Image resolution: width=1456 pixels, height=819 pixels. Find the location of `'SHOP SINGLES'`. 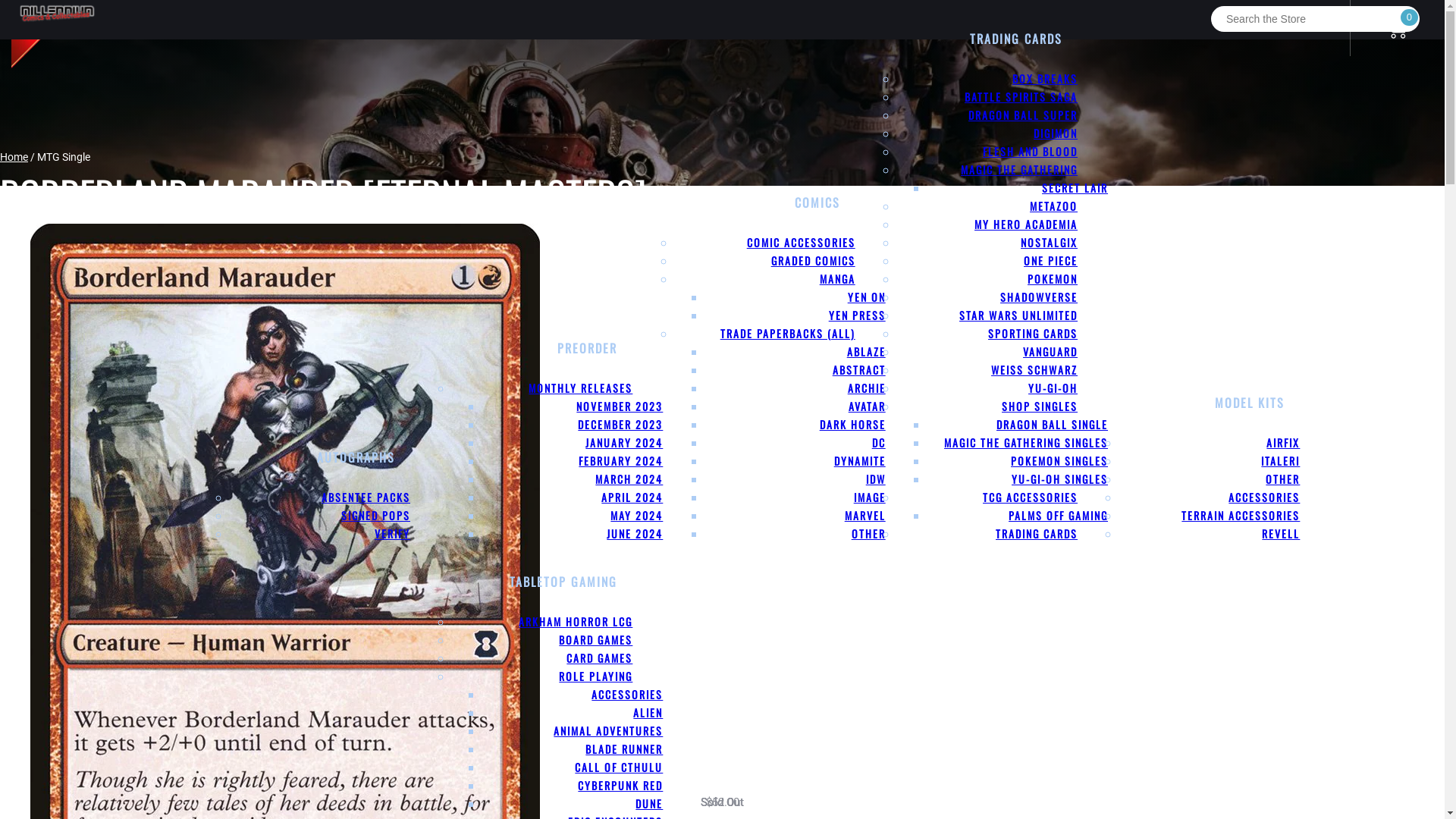

'SHOP SINGLES' is located at coordinates (1039, 405).